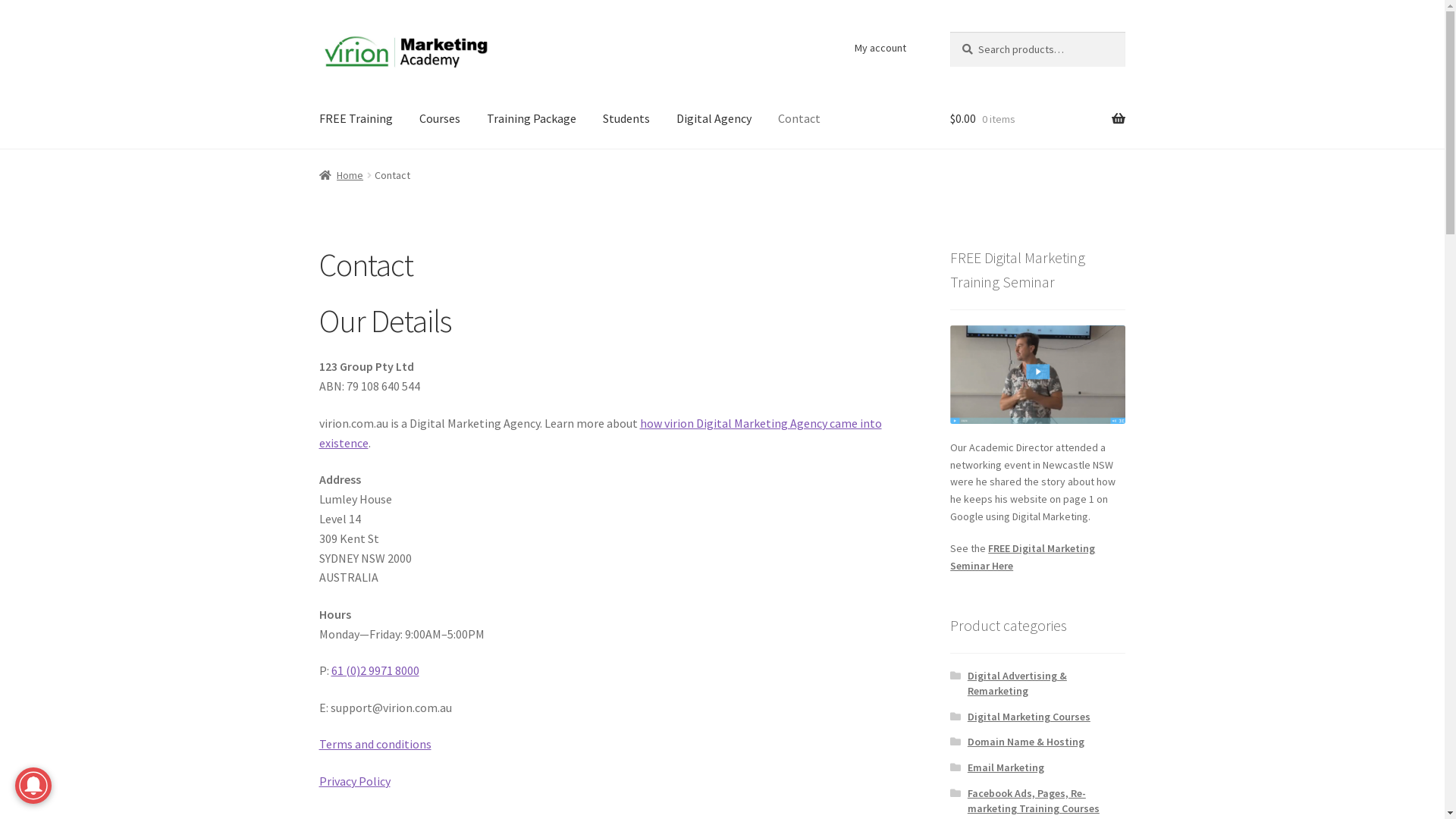 Image resolution: width=1456 pixels, height=819 pixels. Describe the element at coordinates (1017, 683) in the screenshot. I see `'Digital Advertising & Remarketing'` at that location.